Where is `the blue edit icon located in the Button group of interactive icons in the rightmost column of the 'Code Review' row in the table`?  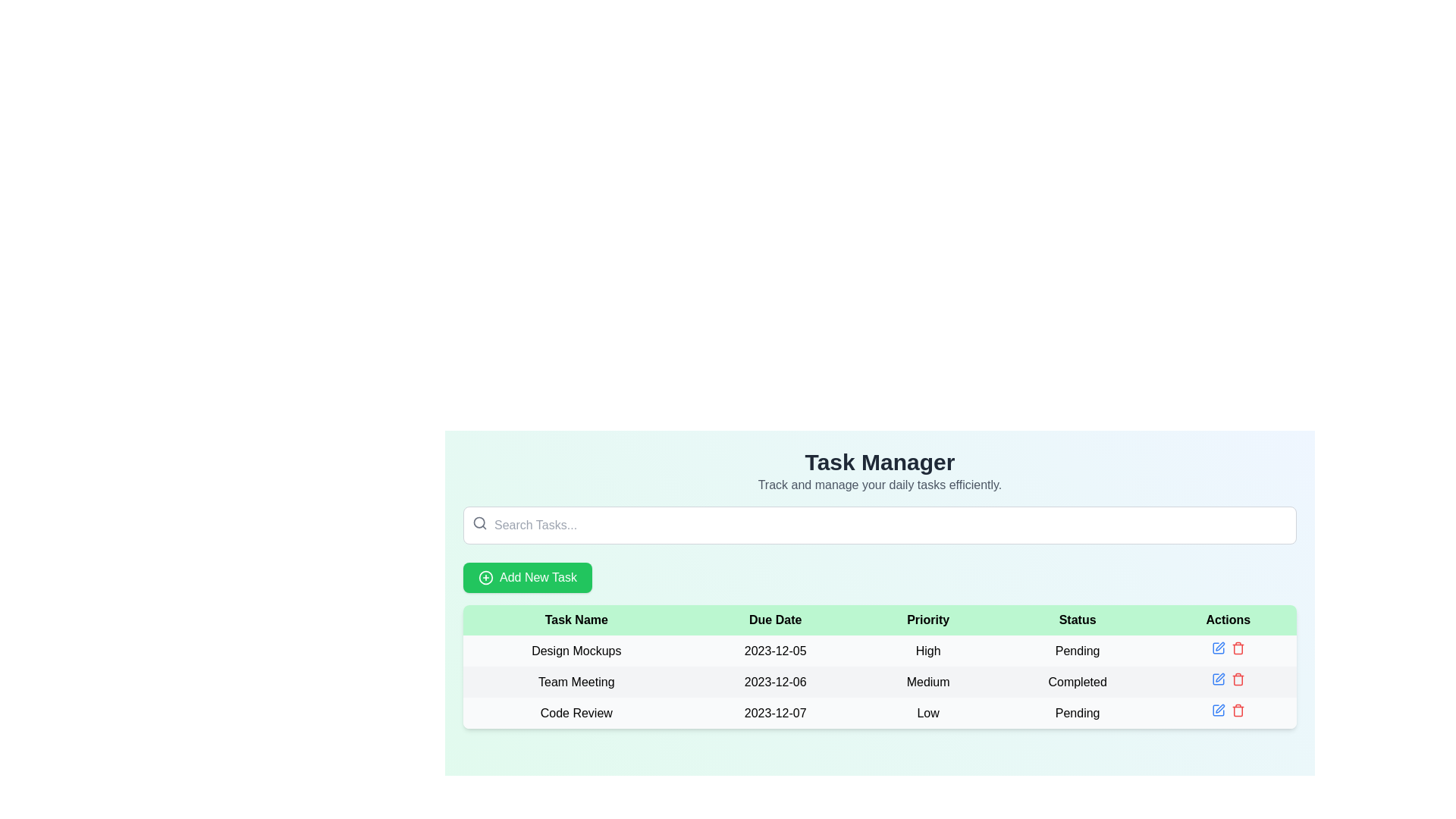
the blue edit icon located in the Button group of interactive icons in the rightmost column of the 'Code Review' row in the table is located at coordinates (1228, 713).